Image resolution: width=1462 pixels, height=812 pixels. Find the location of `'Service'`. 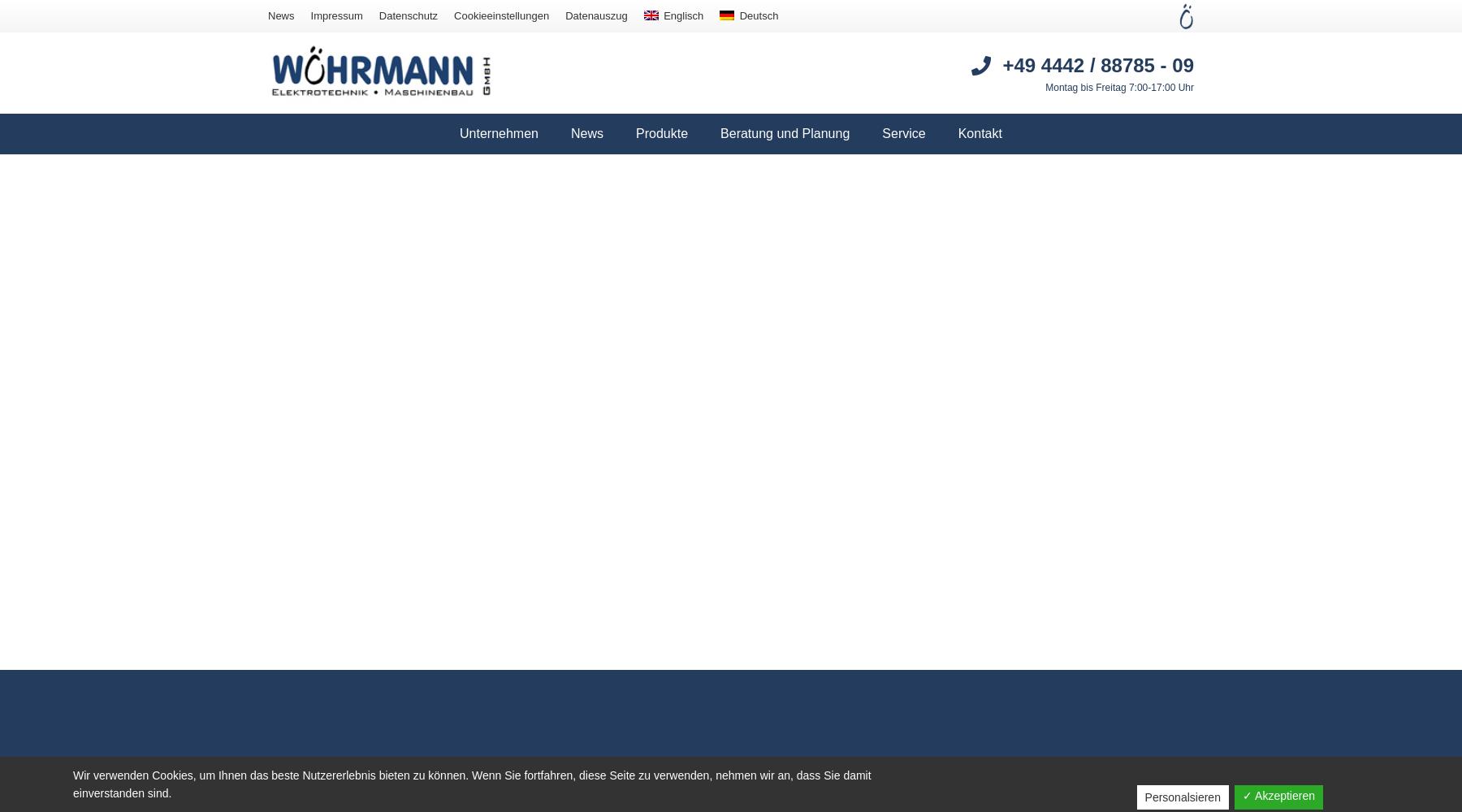

'Service' is located at coordinates (903, 133).